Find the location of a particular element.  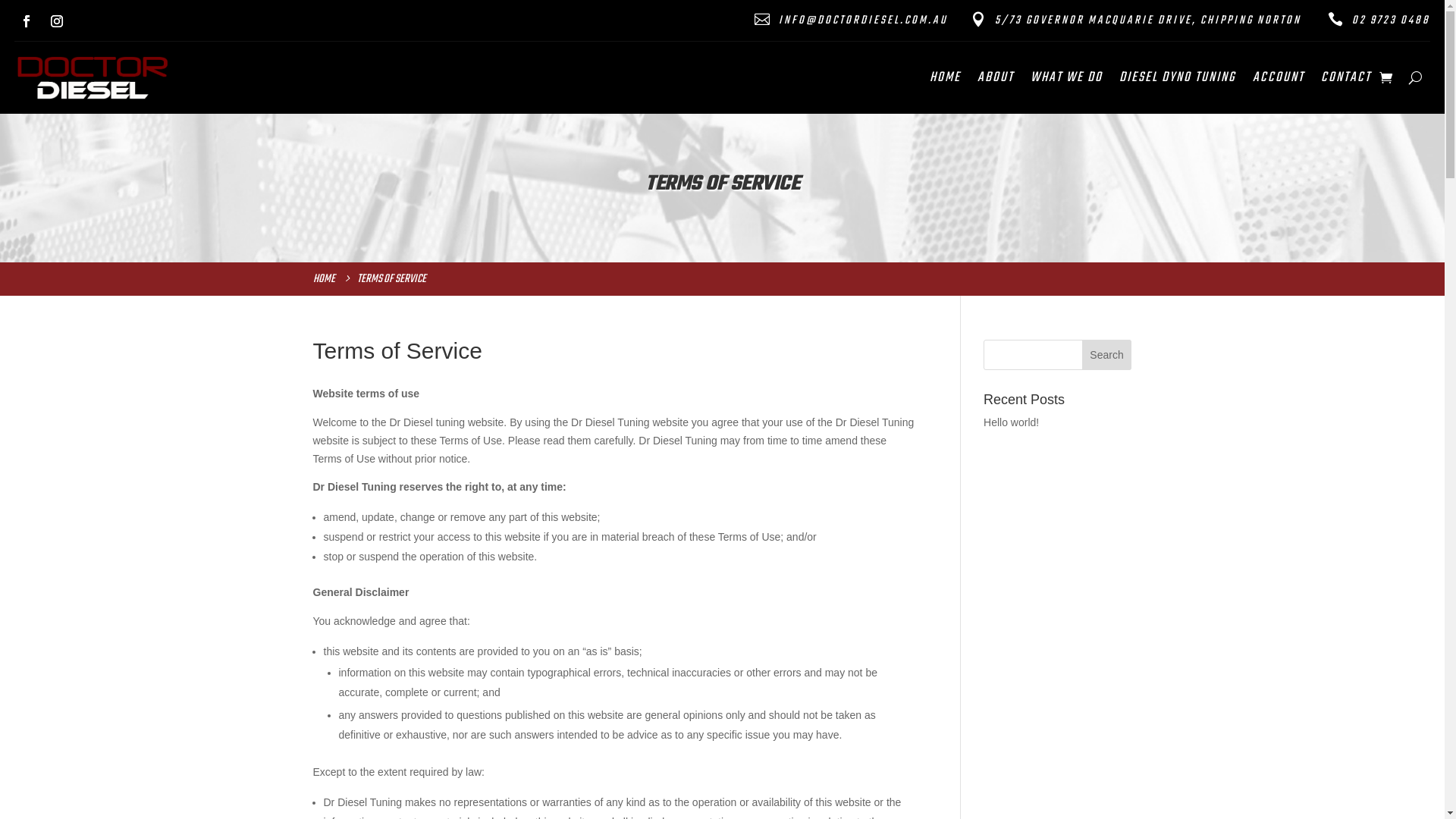

'Search' is located at coordinates (1106, 354).